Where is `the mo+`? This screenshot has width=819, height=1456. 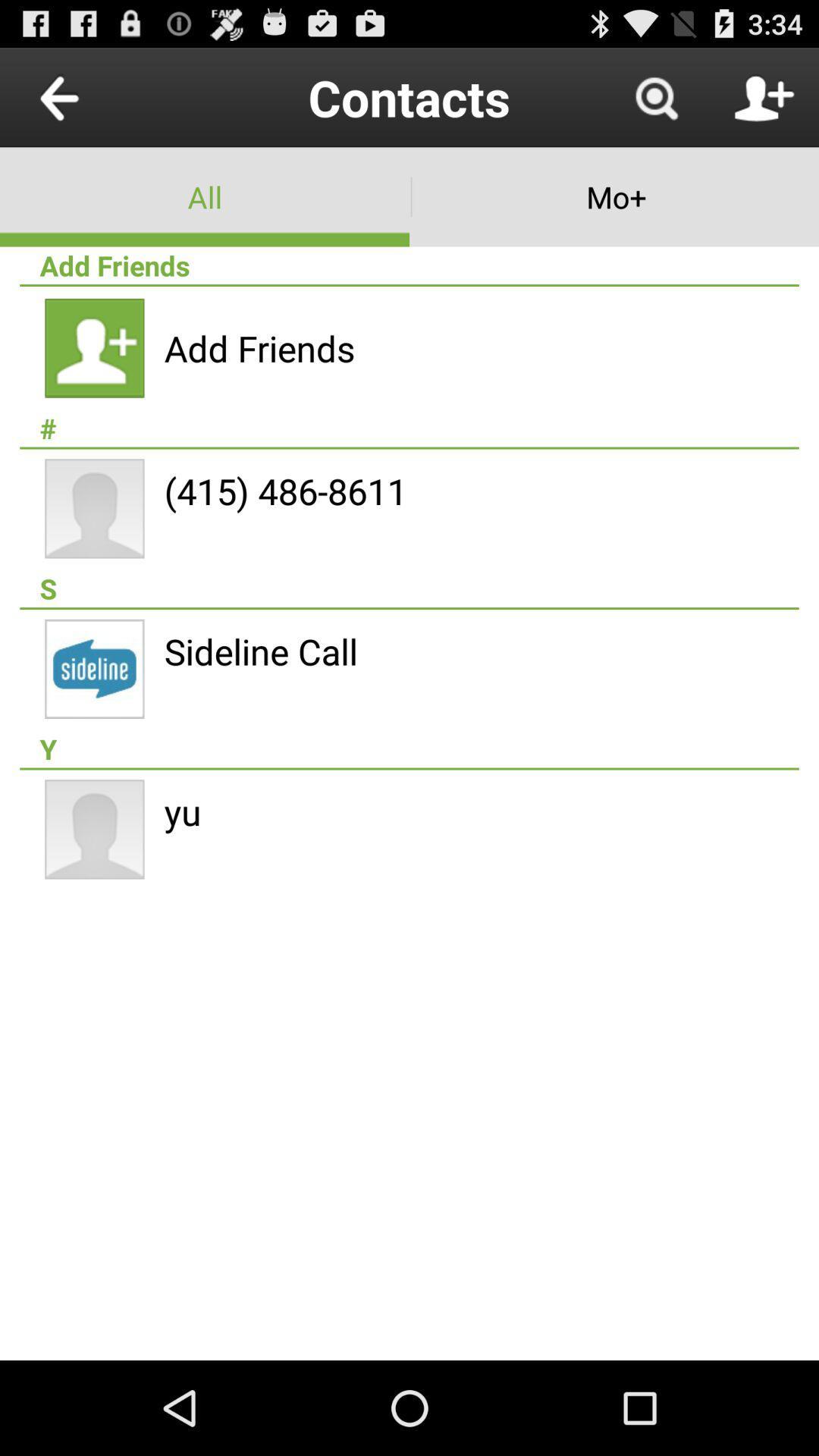 the mo+ is located at coordinates (614, 196).